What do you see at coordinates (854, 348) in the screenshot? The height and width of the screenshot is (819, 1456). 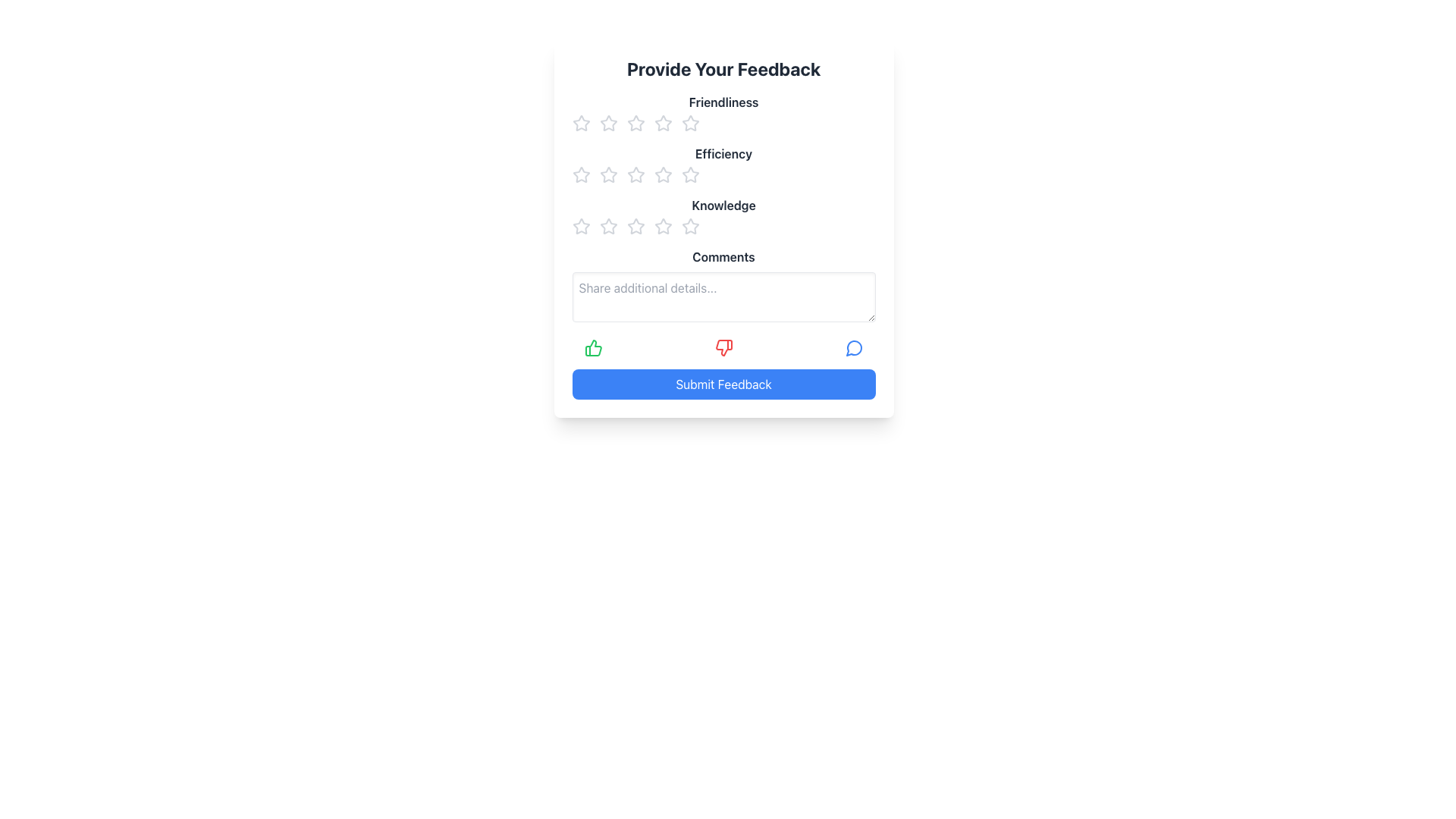 I see `the speech bubble icon segment with a thin outline and filled blue color, located to the right of the feedback form` at bounding box center [854, 348].